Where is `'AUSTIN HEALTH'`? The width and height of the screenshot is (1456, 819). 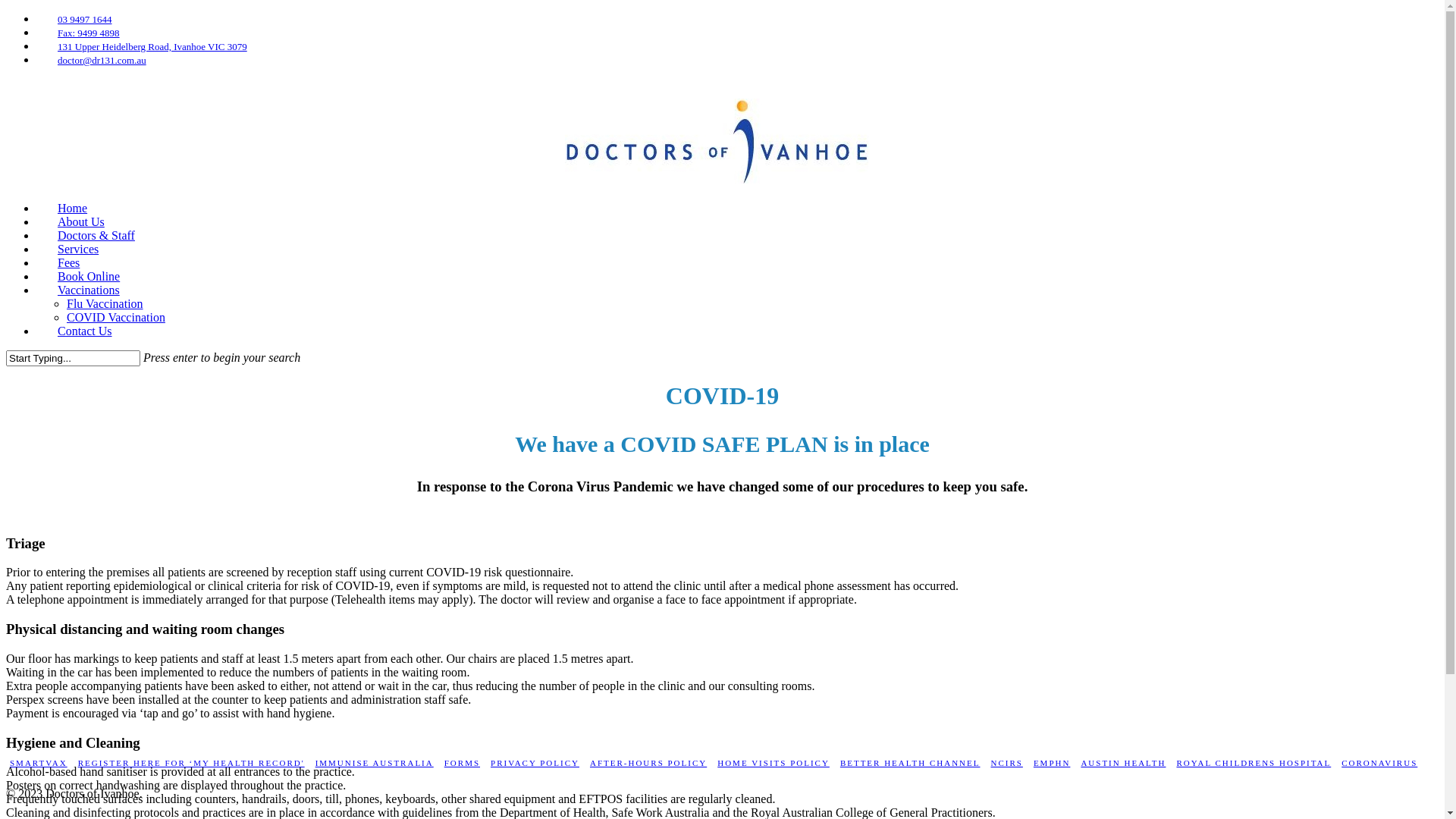 'AUSTIN HEALTH' is located at coordinates (1123, 763).